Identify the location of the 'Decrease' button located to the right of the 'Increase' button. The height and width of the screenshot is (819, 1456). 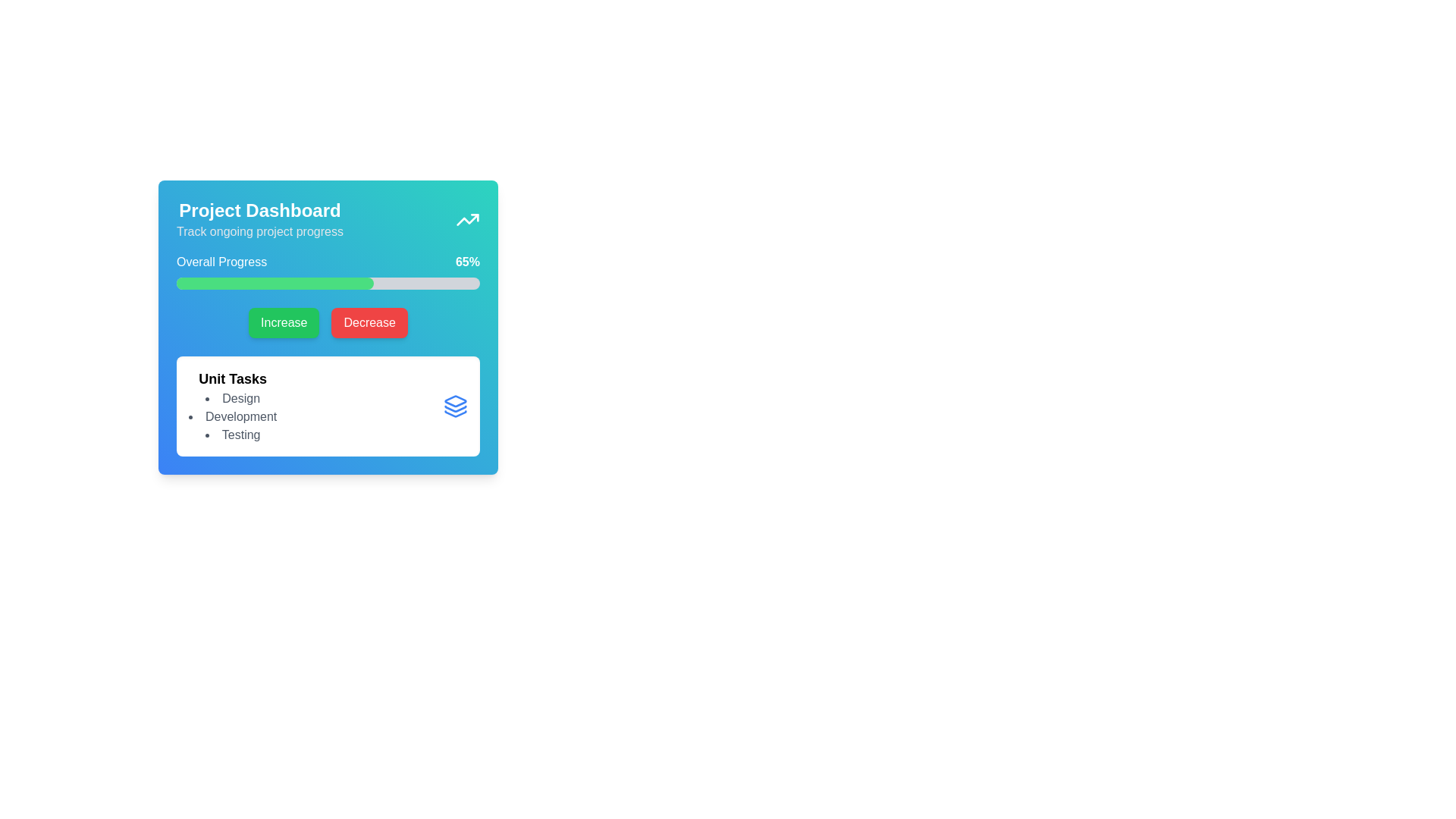
(369, 322).